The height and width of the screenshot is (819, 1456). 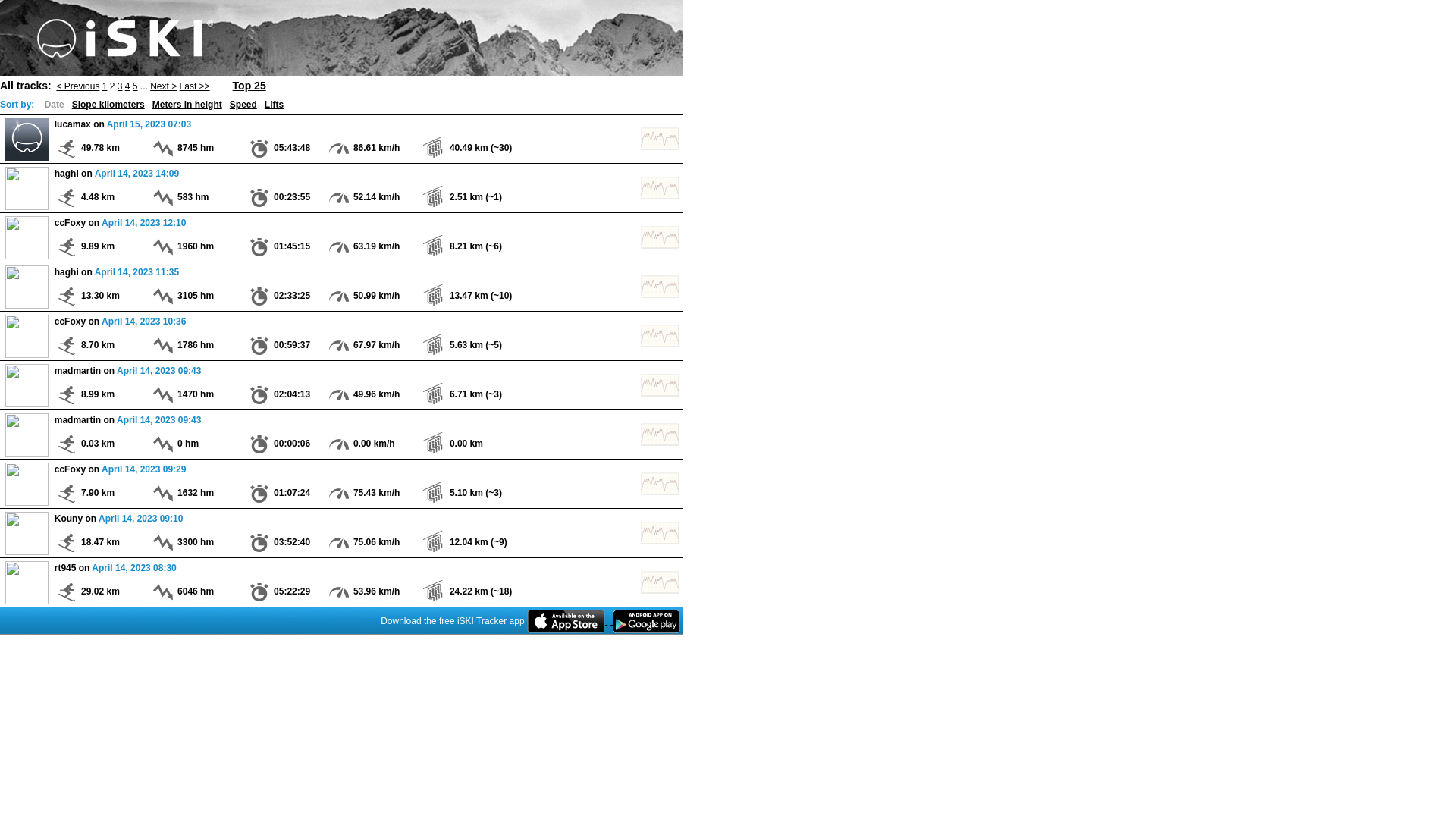 What do you see at coordinates (194, 85) in the screenshot?
I see `'Last >>'` at bounding box center [194, 85].